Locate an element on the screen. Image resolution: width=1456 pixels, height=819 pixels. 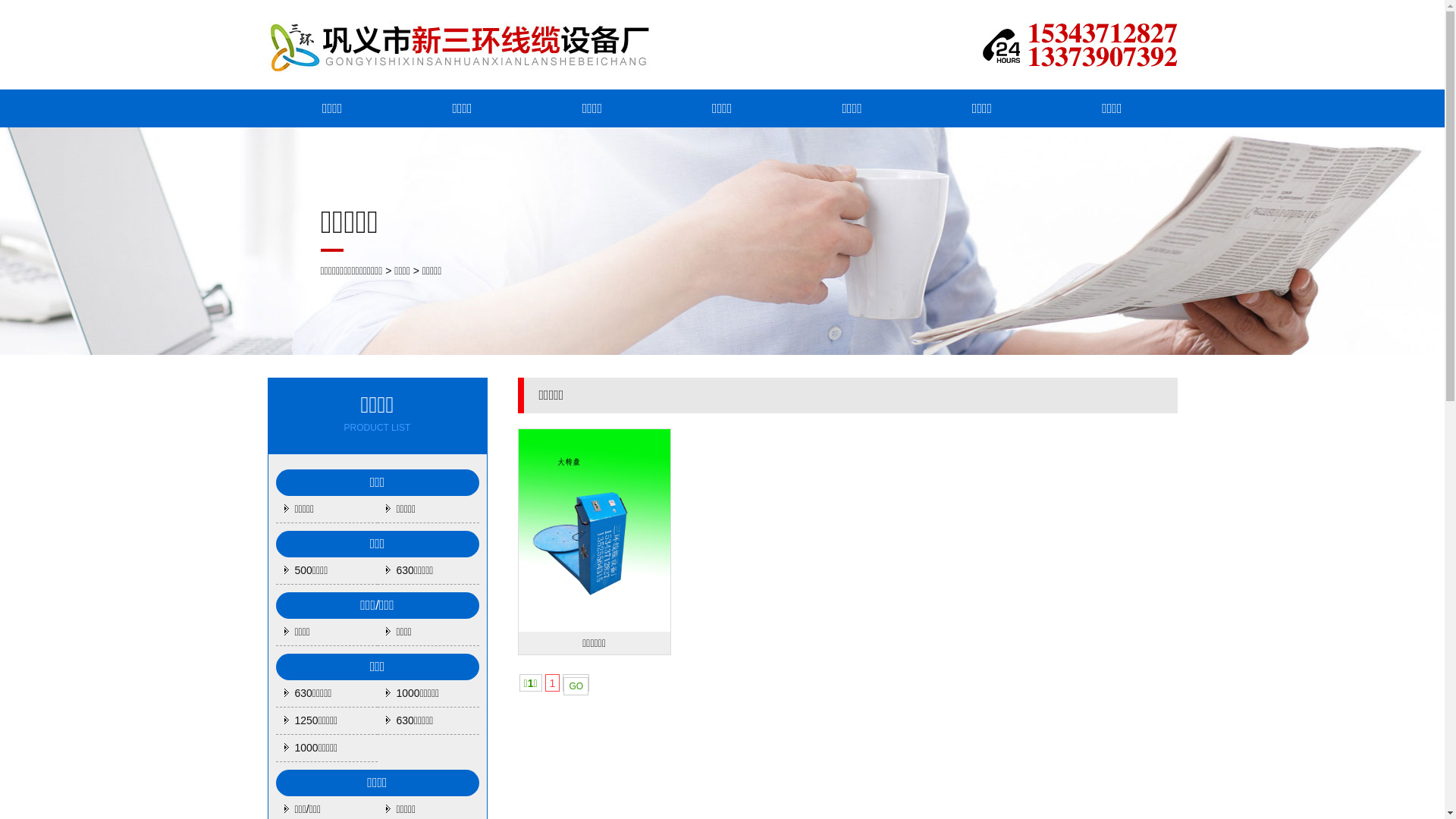
'GO' is located at coordinates (575, 686).